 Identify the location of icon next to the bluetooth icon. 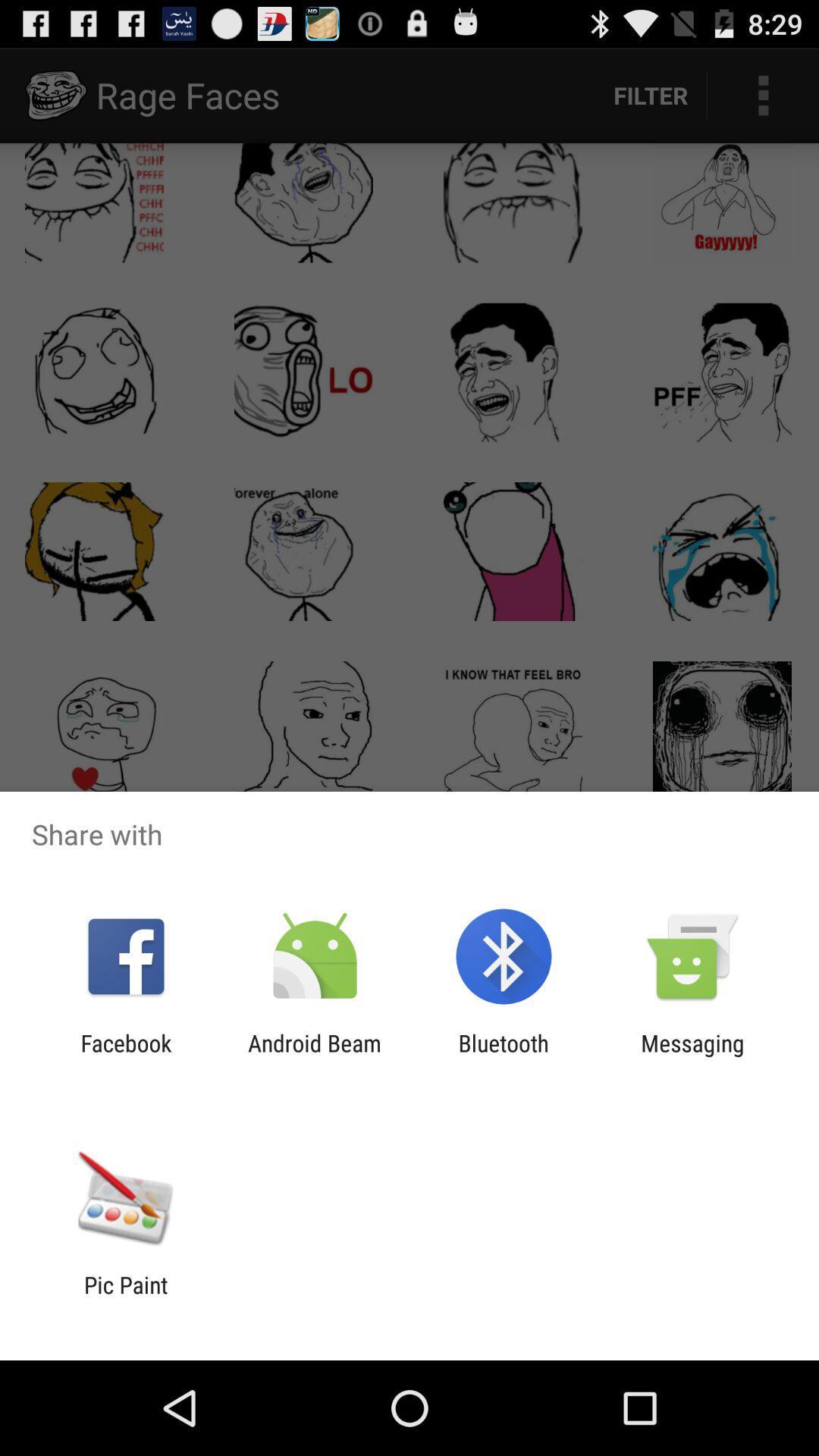
(692, 1056).